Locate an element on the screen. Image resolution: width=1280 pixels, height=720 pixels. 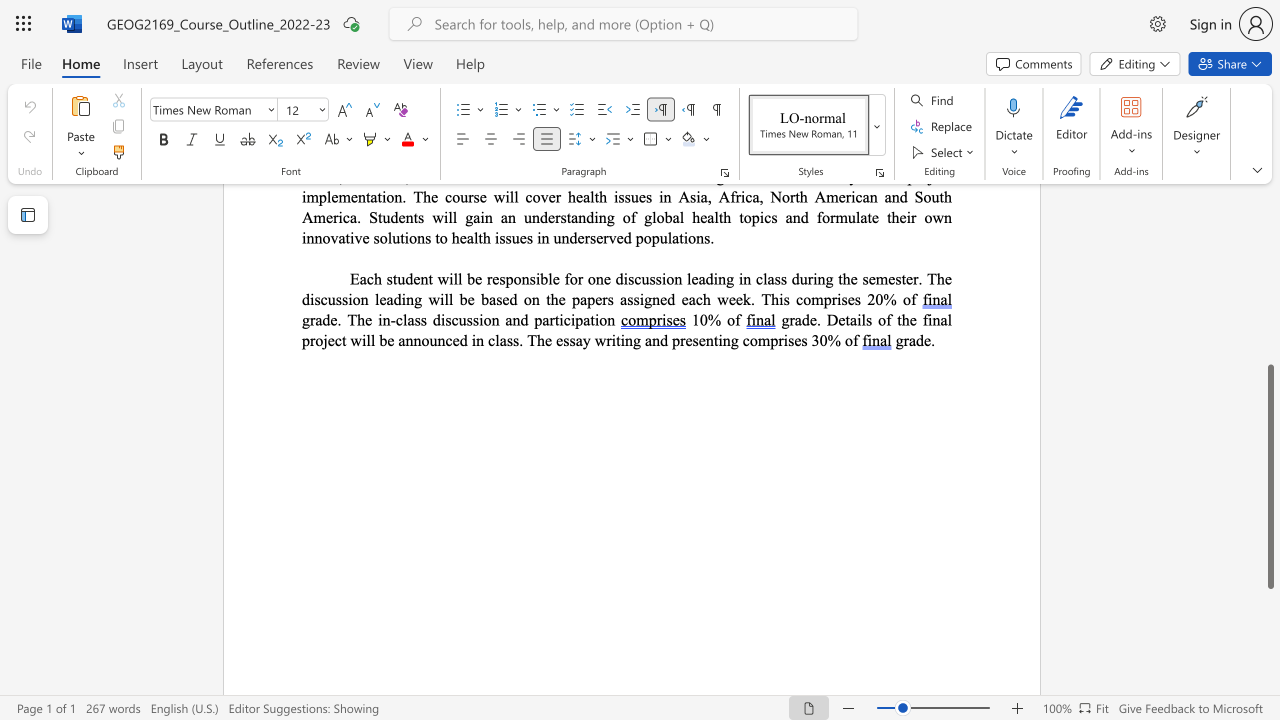
the vertical scrollbar to raise the page content is located at coordinates (1269, 290).